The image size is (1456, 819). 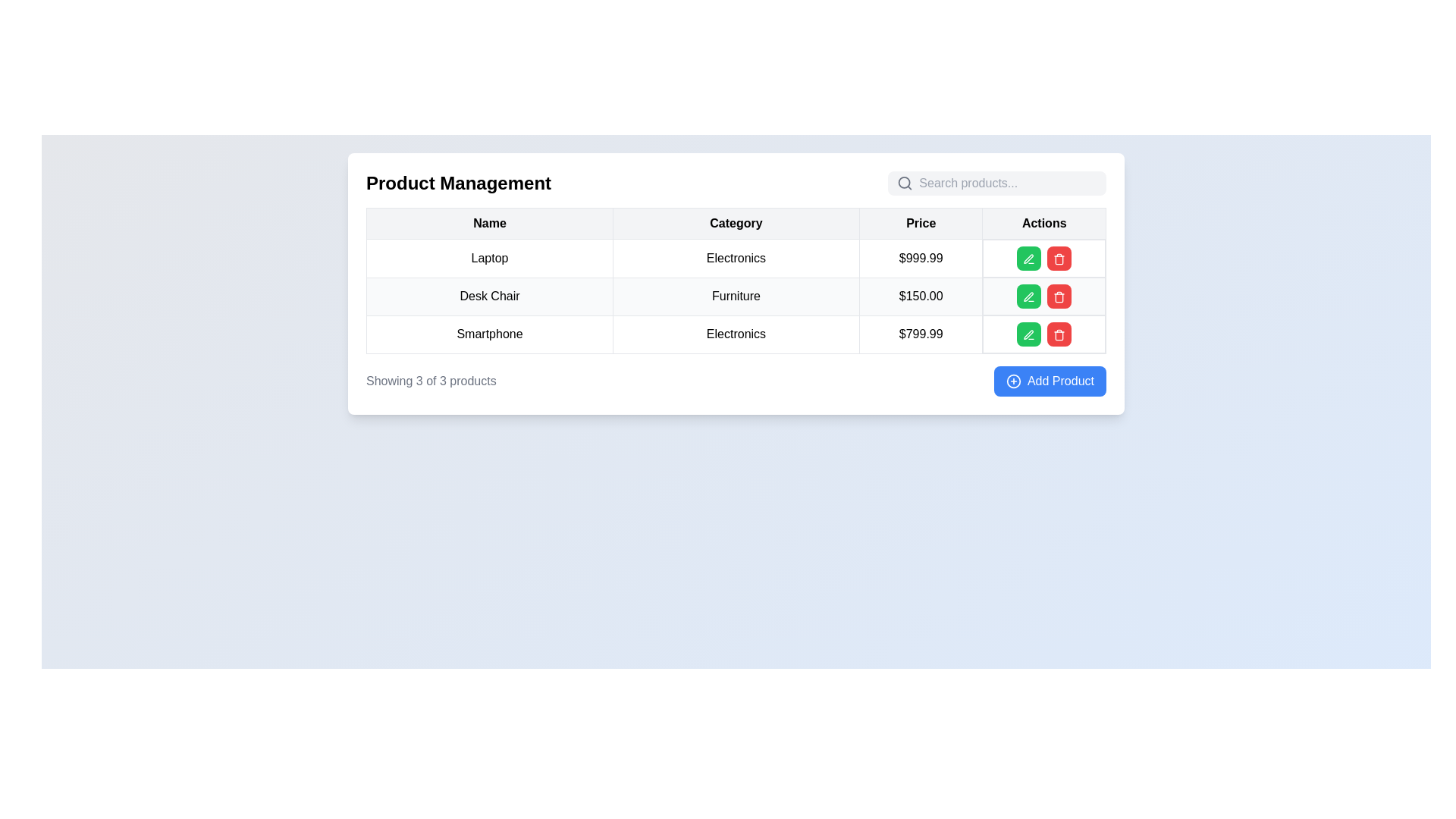 What do you see at coordinates (1043, 223) in the screenshot?
I see `the 'Actions' table column header, which is the fourth column header in a row of table headers, styled with a border and centered bold text on a light background` at bounding box center [1043, 223].